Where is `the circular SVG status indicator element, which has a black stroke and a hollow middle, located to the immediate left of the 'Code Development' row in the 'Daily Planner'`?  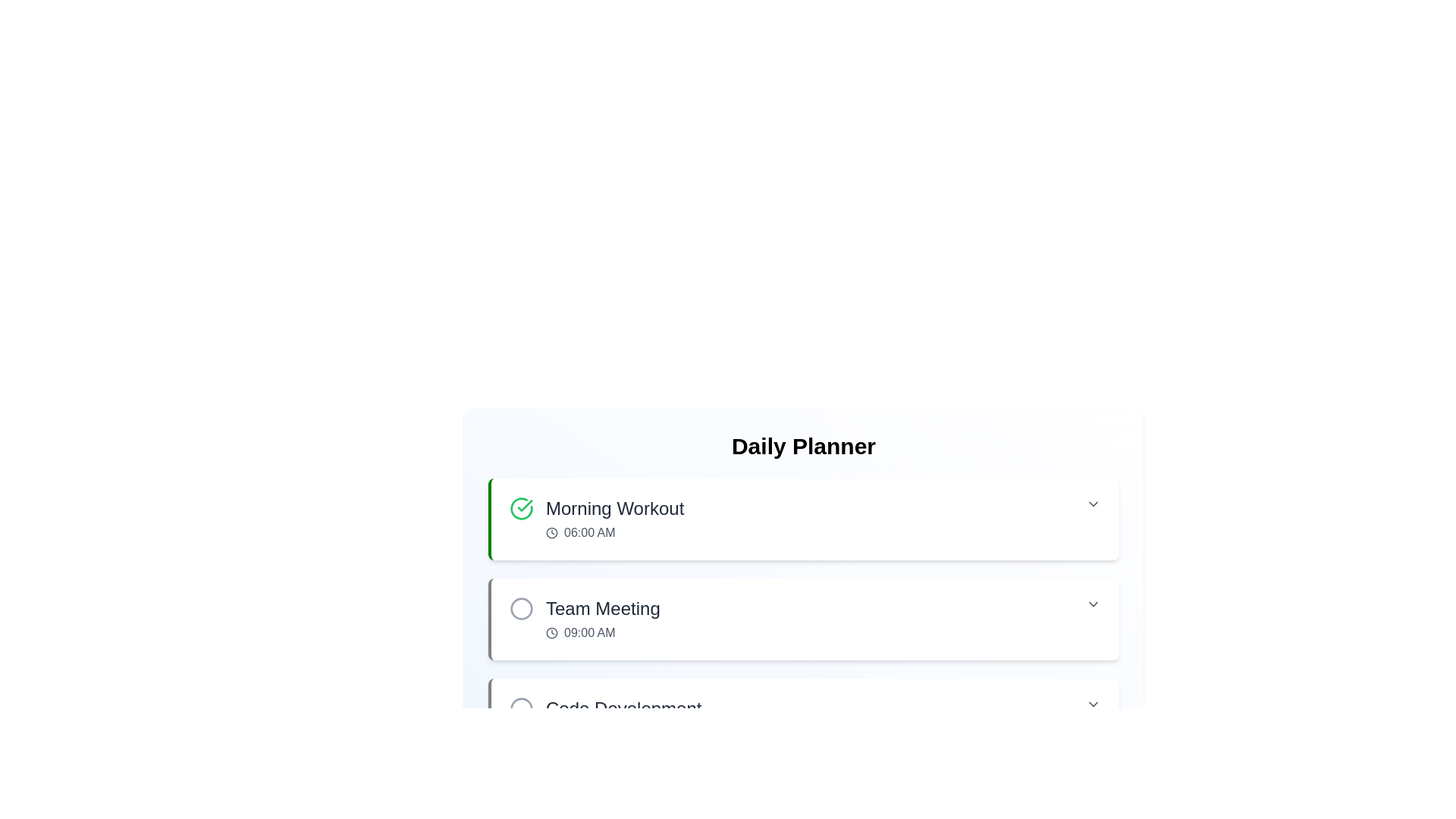 the circular SVG status indicator element, which has a black stroke and a hollow middle, located to the immediate left of the 'Code Development' row in the 'Daily Planner' is located at coordinates (521, 708).